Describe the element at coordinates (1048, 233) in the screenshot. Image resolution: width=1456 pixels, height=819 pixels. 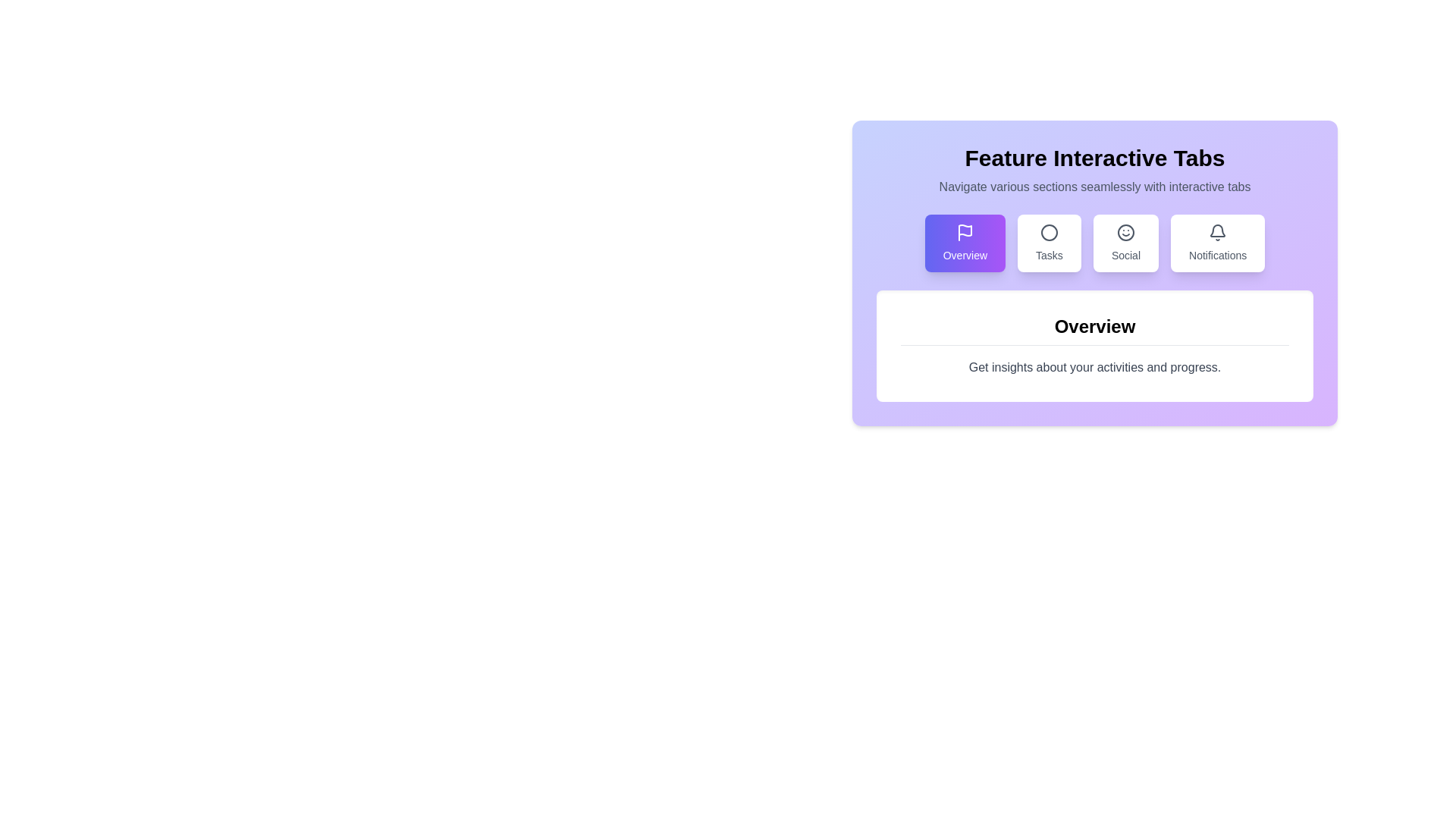
I see `the central circular component of the 'Tasks' tab icon, which is the second tab in a row of four located in the middle upper area of the visible card-like interface` at that location.